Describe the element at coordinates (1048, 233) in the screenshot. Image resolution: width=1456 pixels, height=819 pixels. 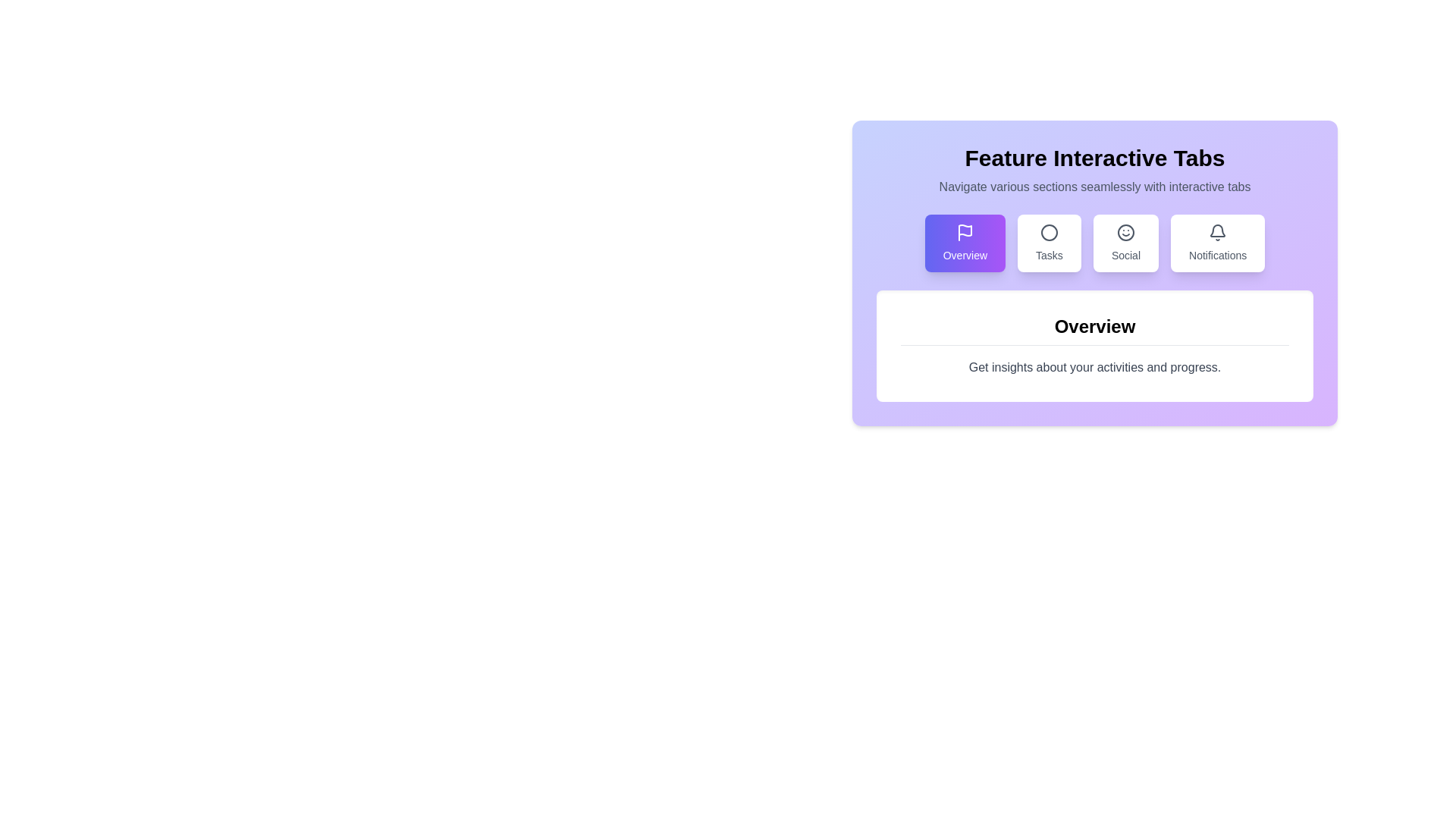
I see `the central circular component of the 'Tasks' tab icon, which is the second tab in a row of four located in the middle upper area of the visible card-like interface` at that location.